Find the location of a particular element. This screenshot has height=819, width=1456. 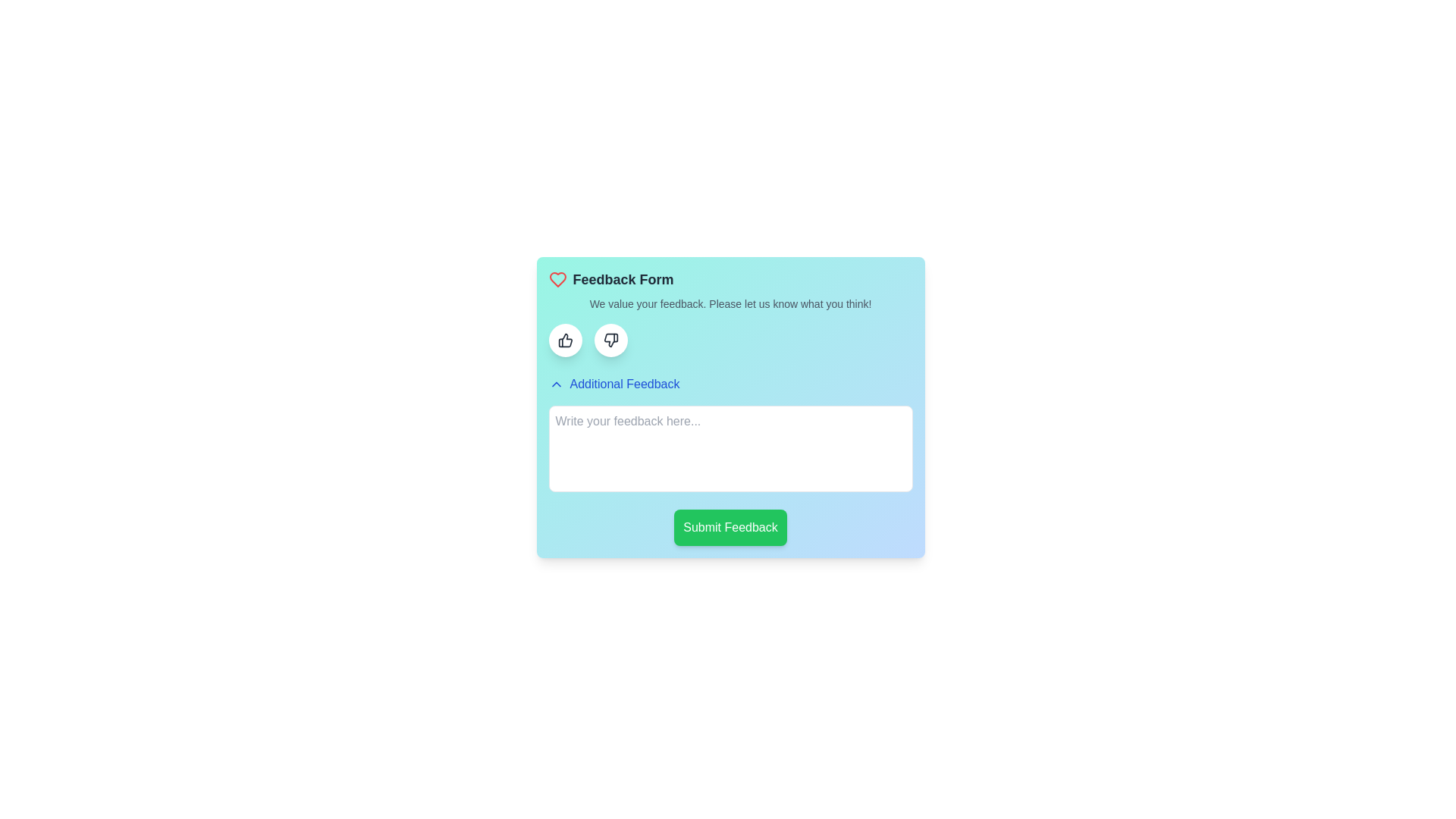

the thumbs-up button located within the 'Feedback Form' floating panel to express positive feedback is located at coordinates (564, 339).